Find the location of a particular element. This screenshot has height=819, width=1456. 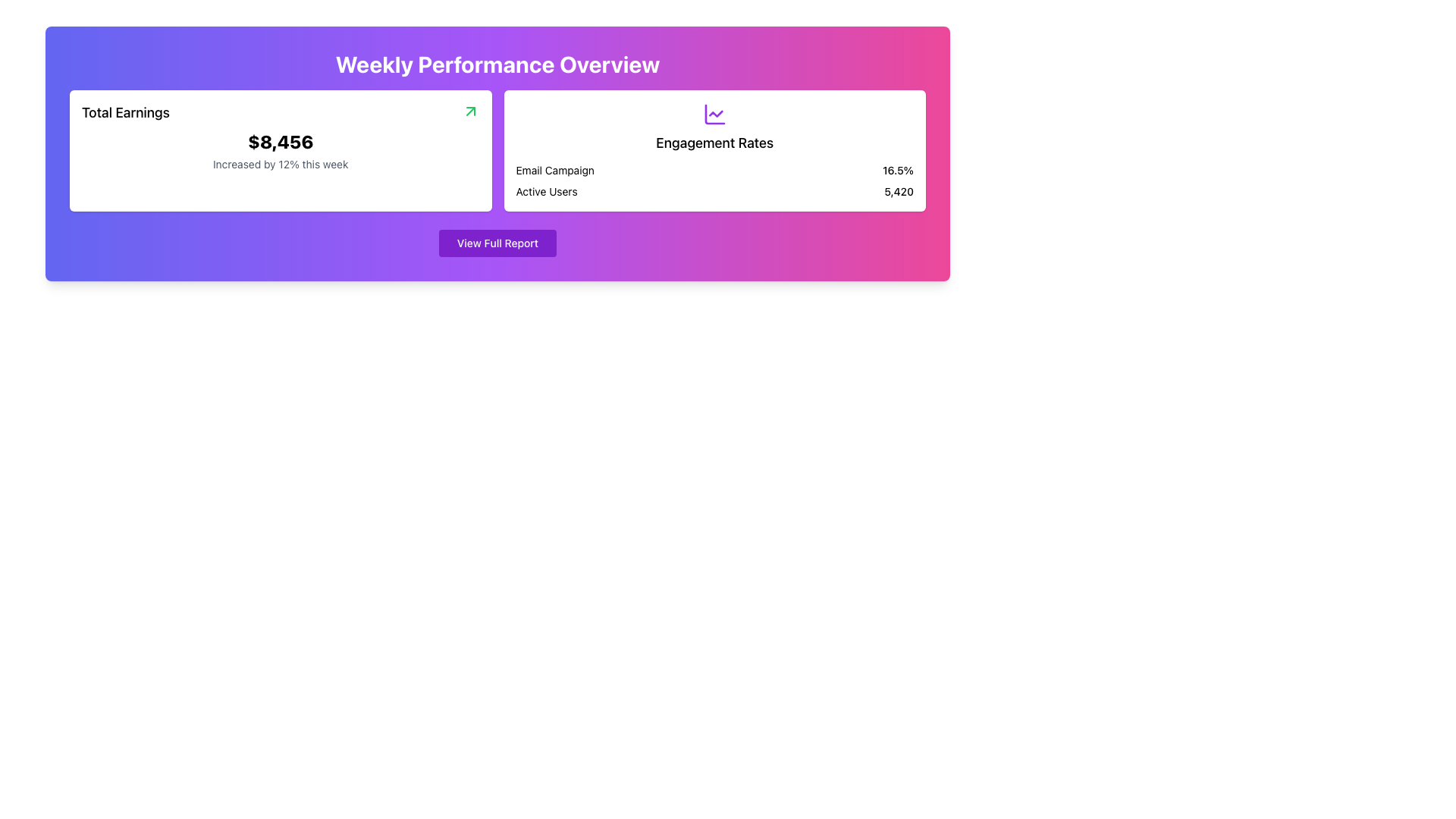

the Text label displaying '16.5%' which is located in the 'Engagement Rates' section, aligned to the right of 'Email Campaign' is located at coordinates (898, 170).